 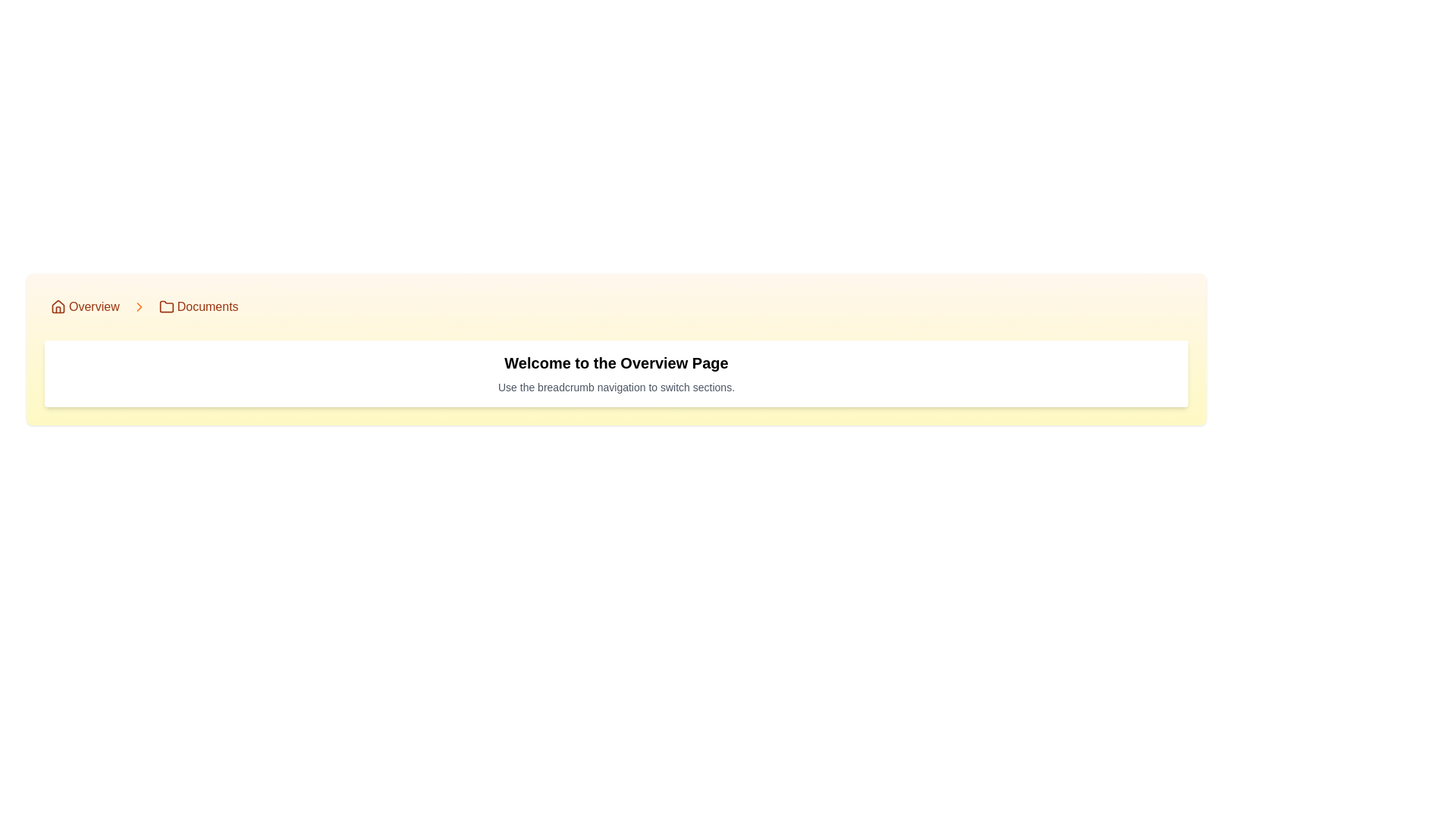 What do you see at coordinates (58, 306) in the screenshot?
I see `the home icon located in the breadcrumb navigation bar at the top left of the interface, preceding the text 'Overview'` at bounding box center [58, 306].